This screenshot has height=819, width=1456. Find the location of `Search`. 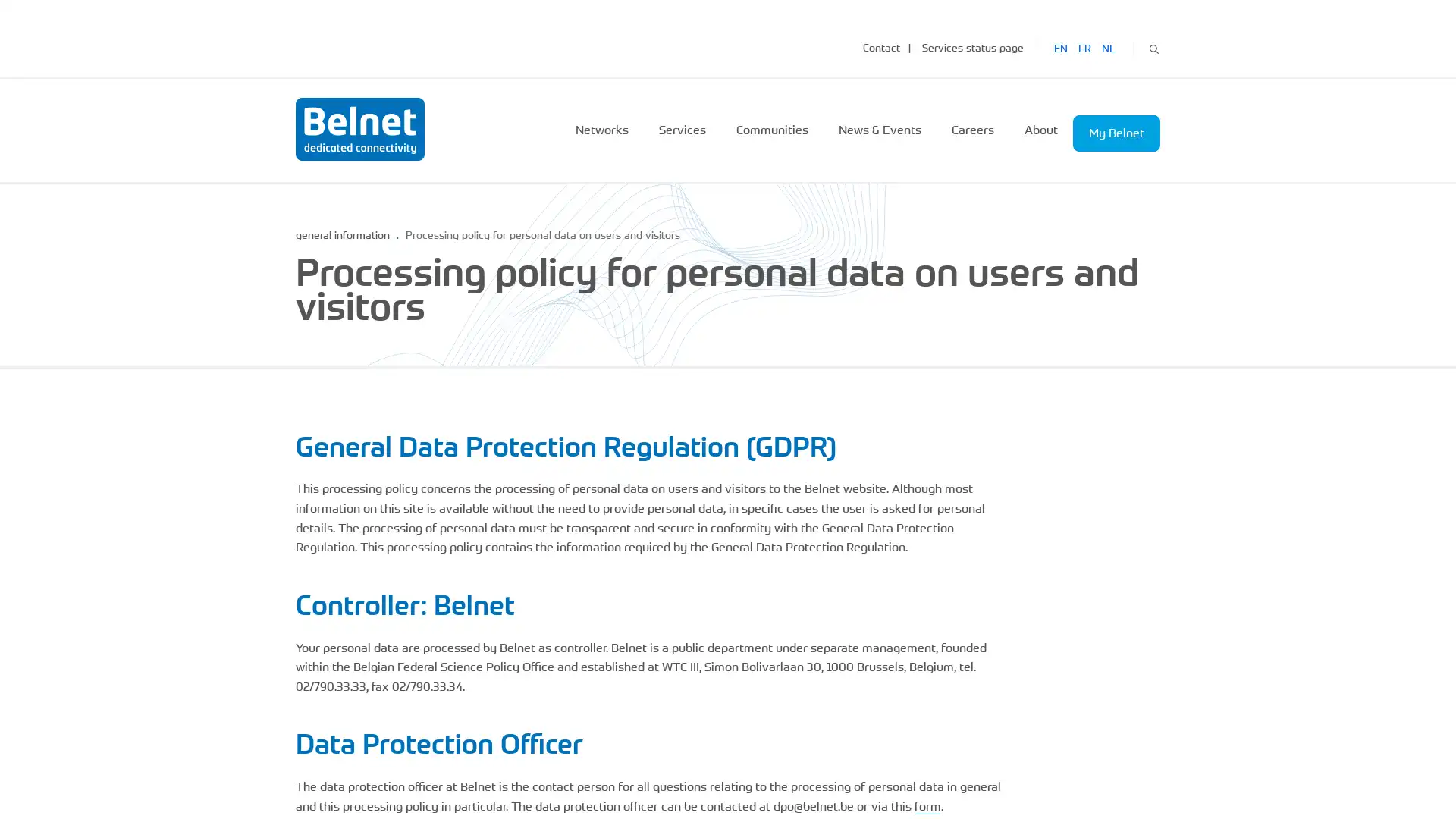

Search is located at coordinates (1153, 46).